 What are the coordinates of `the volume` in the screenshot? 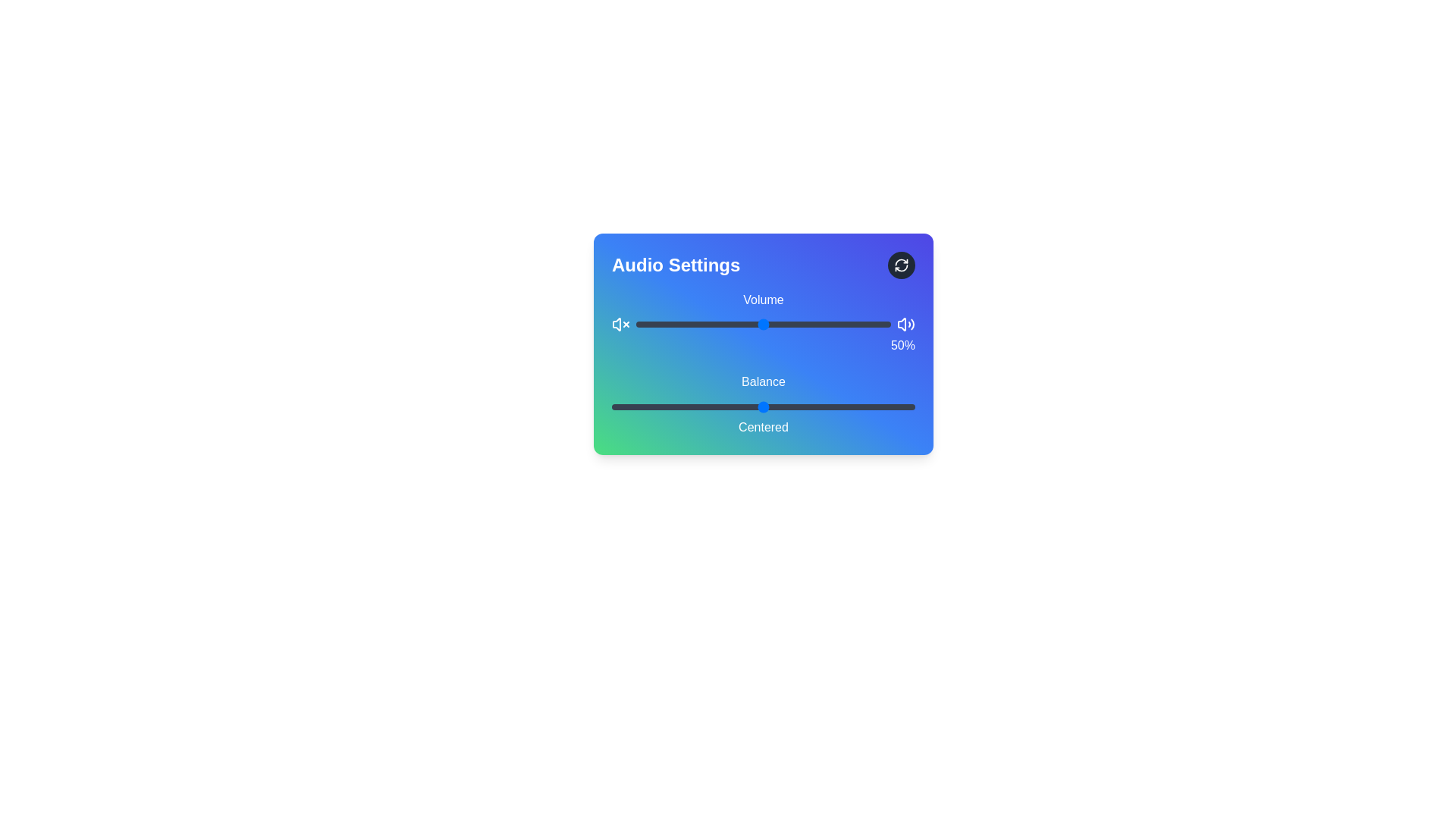 It's located at (641, 324).